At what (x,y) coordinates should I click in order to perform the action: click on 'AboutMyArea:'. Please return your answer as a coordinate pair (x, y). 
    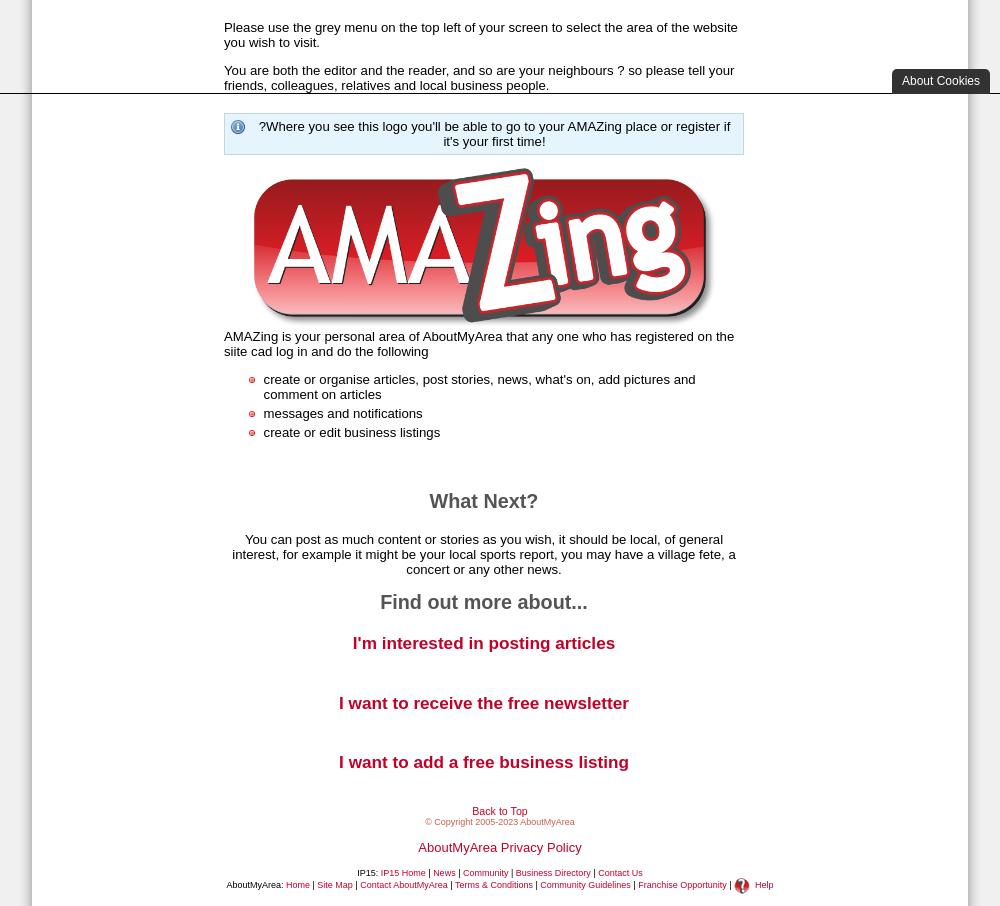
    Looking at the image, I should click on (255, 884).